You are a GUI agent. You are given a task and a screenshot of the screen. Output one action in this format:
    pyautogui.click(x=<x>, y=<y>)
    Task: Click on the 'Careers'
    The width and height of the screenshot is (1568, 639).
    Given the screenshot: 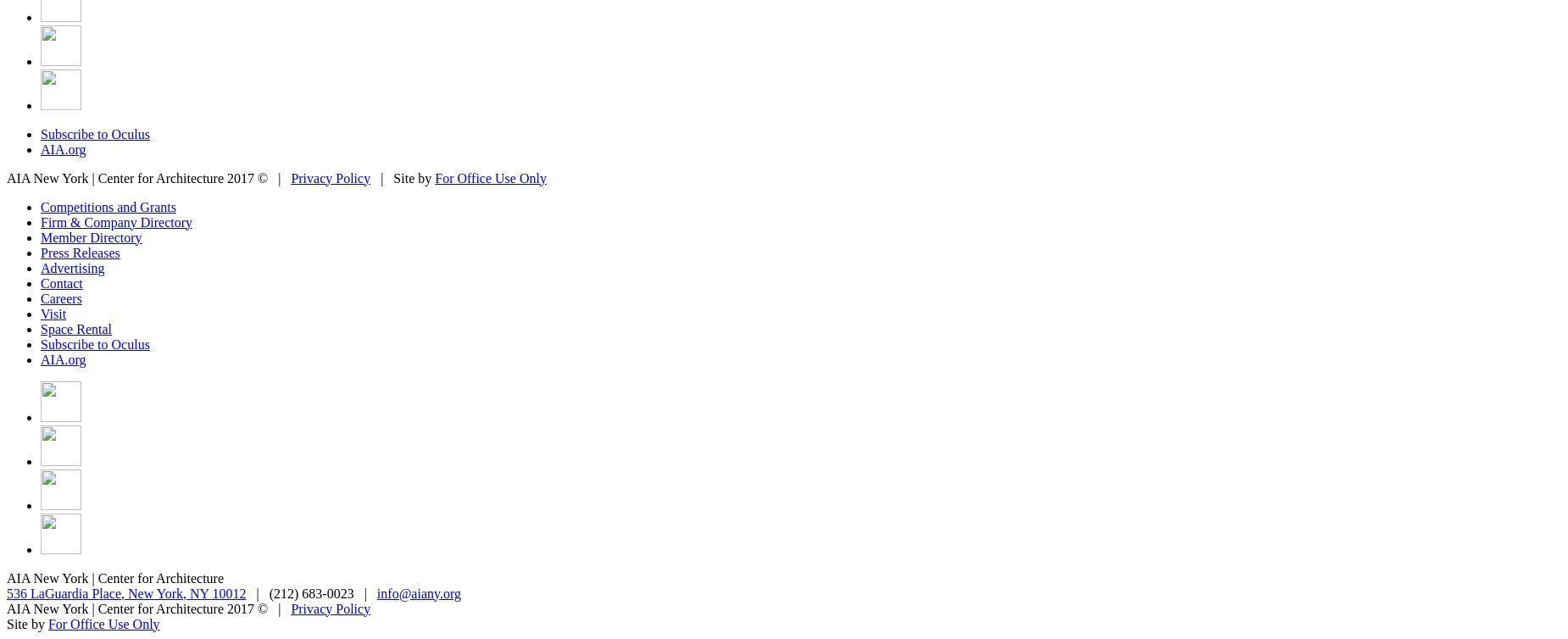 What is the action you would take?
    pyautogui.click(x=39, y=297)
    